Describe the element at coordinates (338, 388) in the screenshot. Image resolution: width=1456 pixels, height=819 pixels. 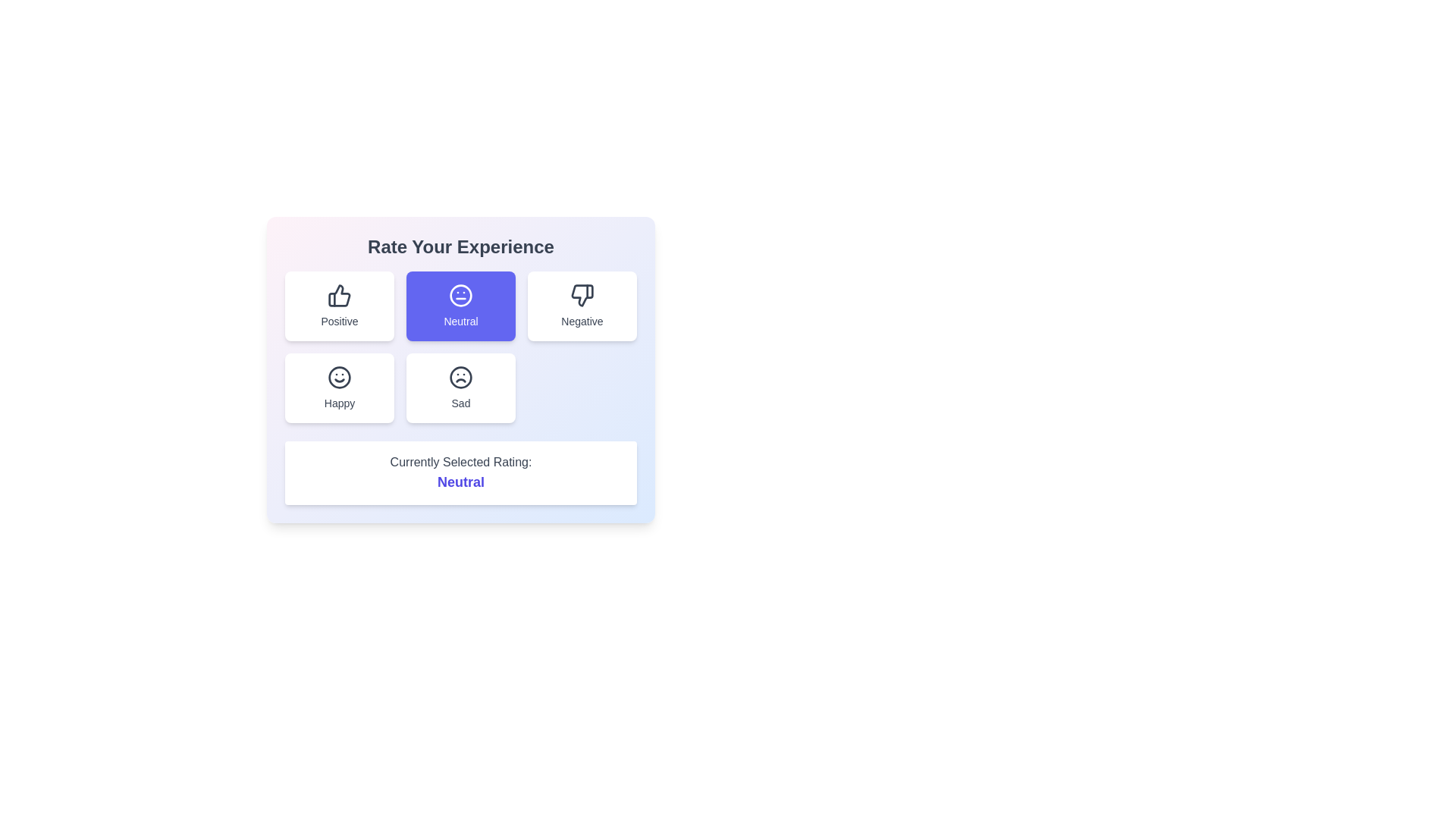
I see `the button labeled Happy to see its hover effect` at that location.